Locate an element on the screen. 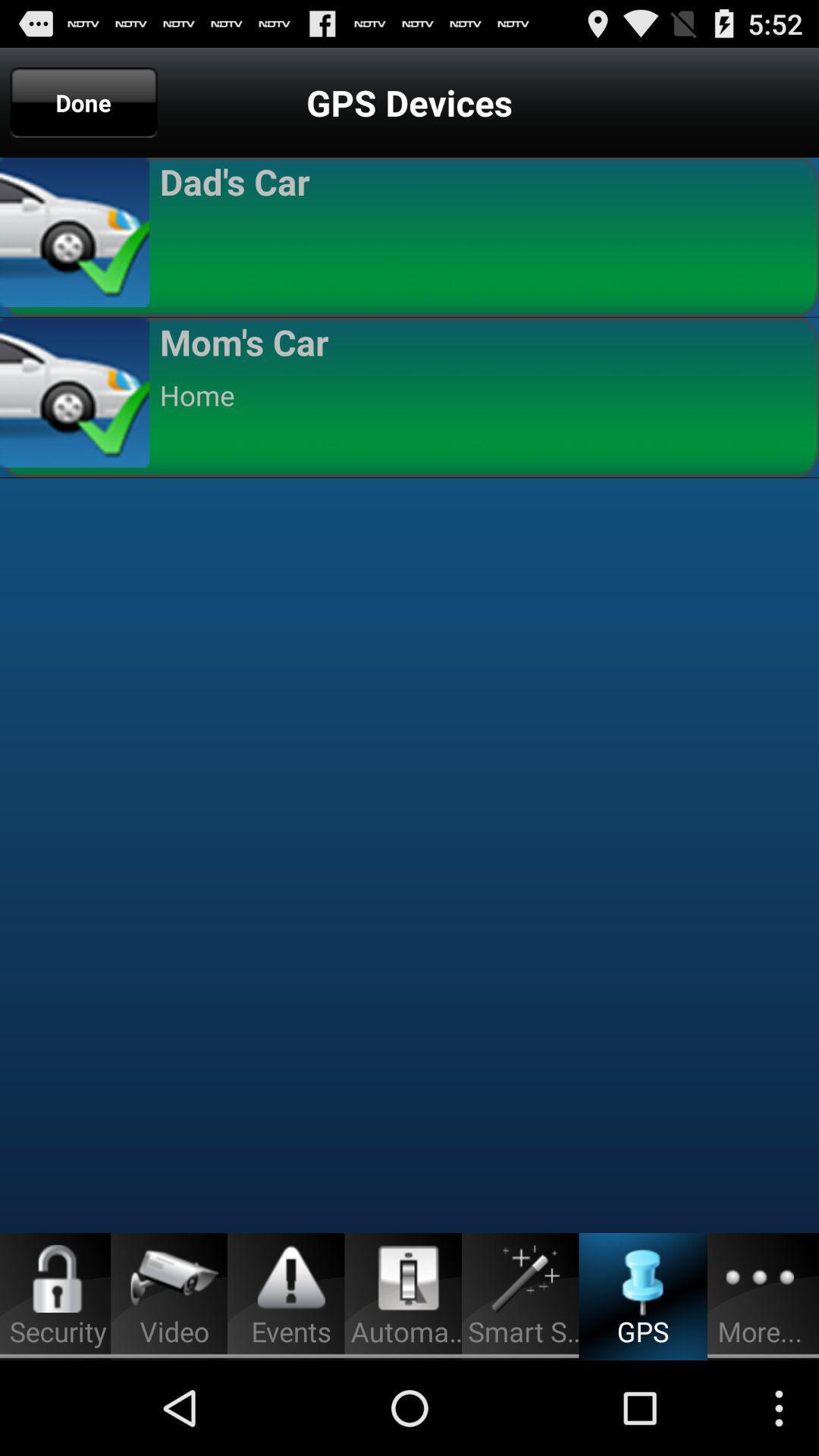  app next to gps devices item is located at coordinates (83, 102).